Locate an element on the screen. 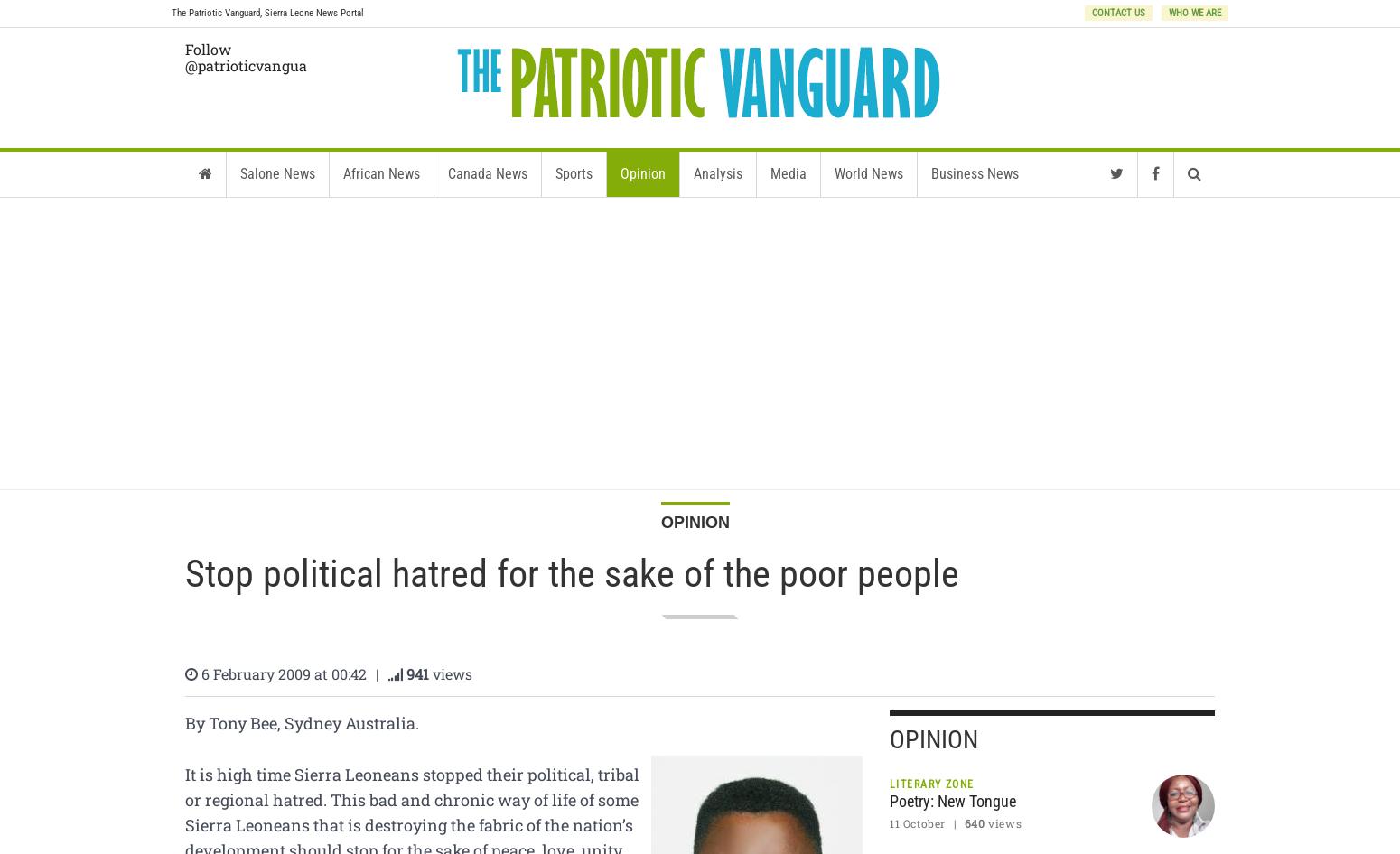 This screenshot has height=854, width=1400. 'Contact US' is located at coordinates (1092, 13).